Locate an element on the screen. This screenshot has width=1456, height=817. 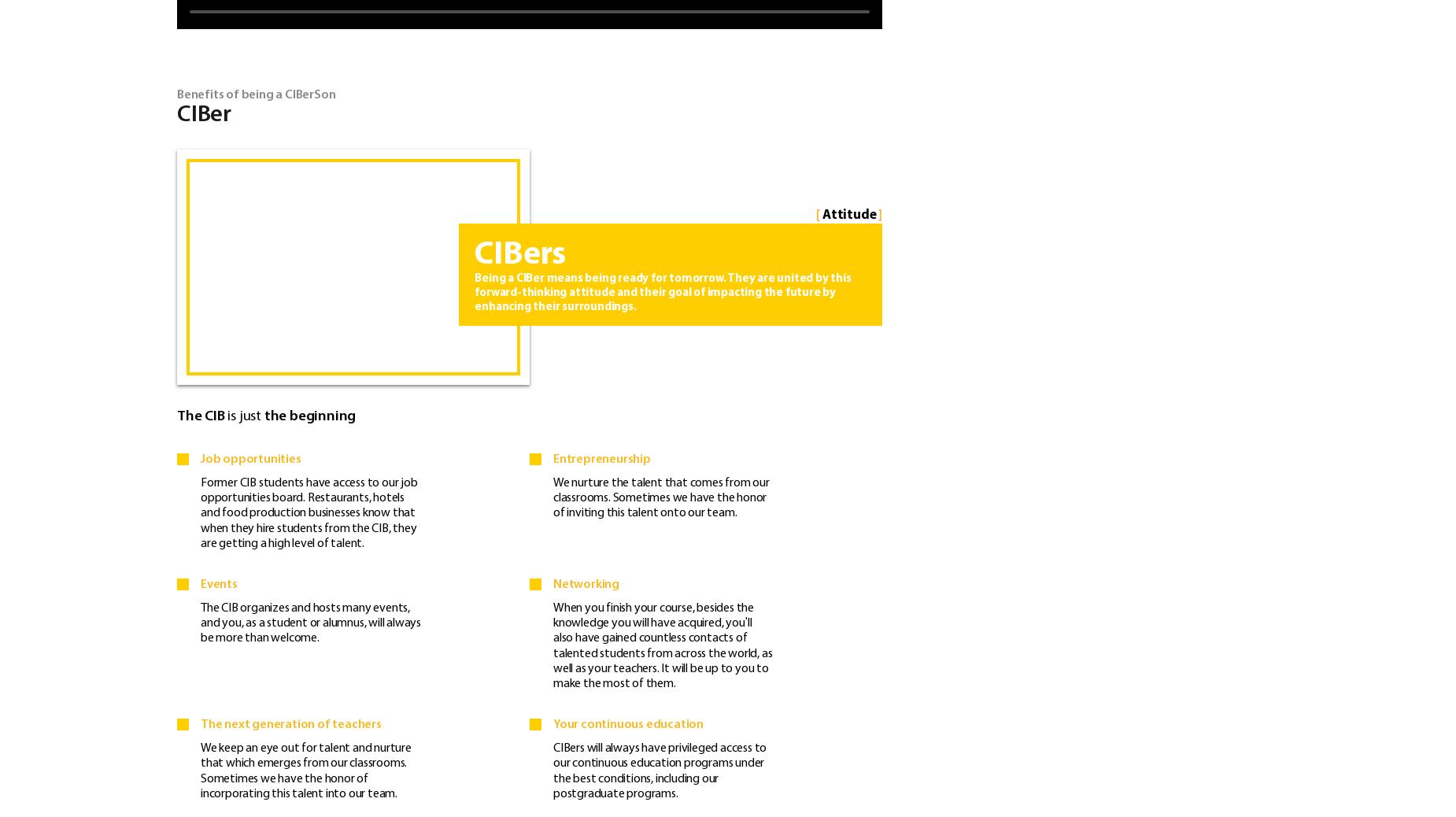
'Entrepreneurship' is located at coordinates (601, 458).